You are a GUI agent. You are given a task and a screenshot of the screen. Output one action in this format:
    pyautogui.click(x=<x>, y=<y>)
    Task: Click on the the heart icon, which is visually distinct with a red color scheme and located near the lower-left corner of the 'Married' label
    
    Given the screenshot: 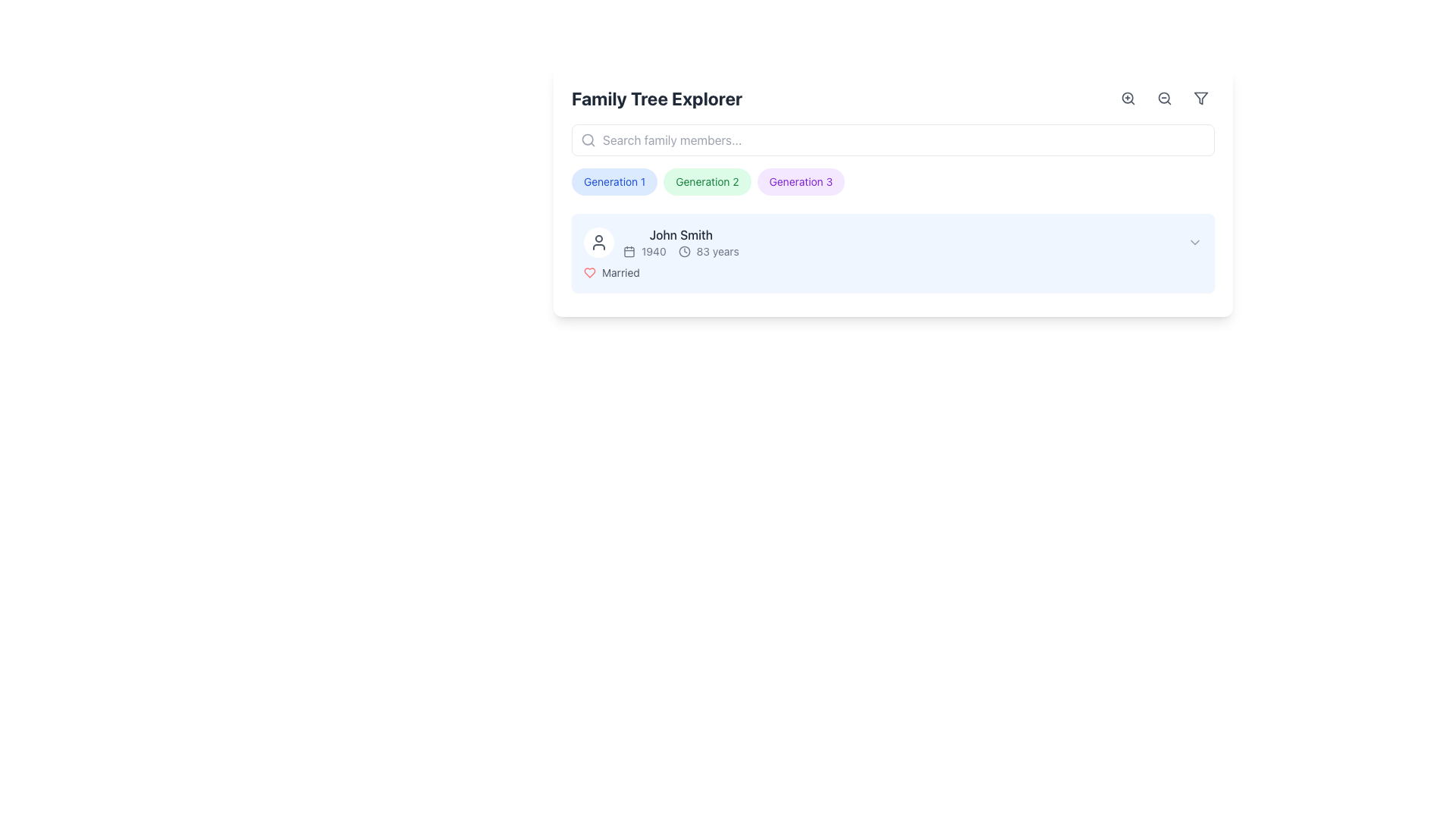 What is the action you would take?
    pyautogui.click(x=588, y=271)
    